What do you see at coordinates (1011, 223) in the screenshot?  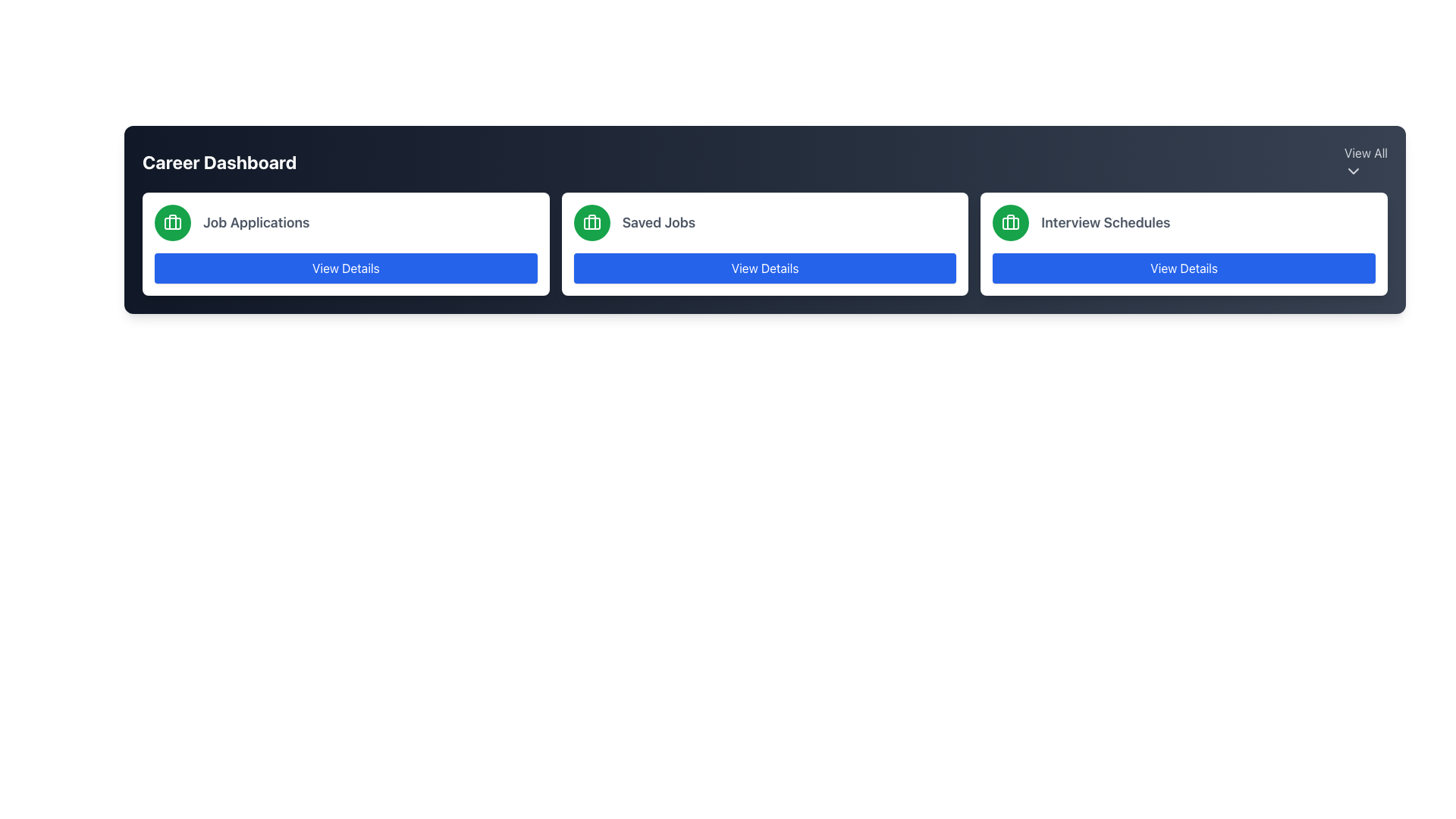 I see `and interact with the decorative subcomponent within the briefcase icon located` at bounding box center [1011, 223].